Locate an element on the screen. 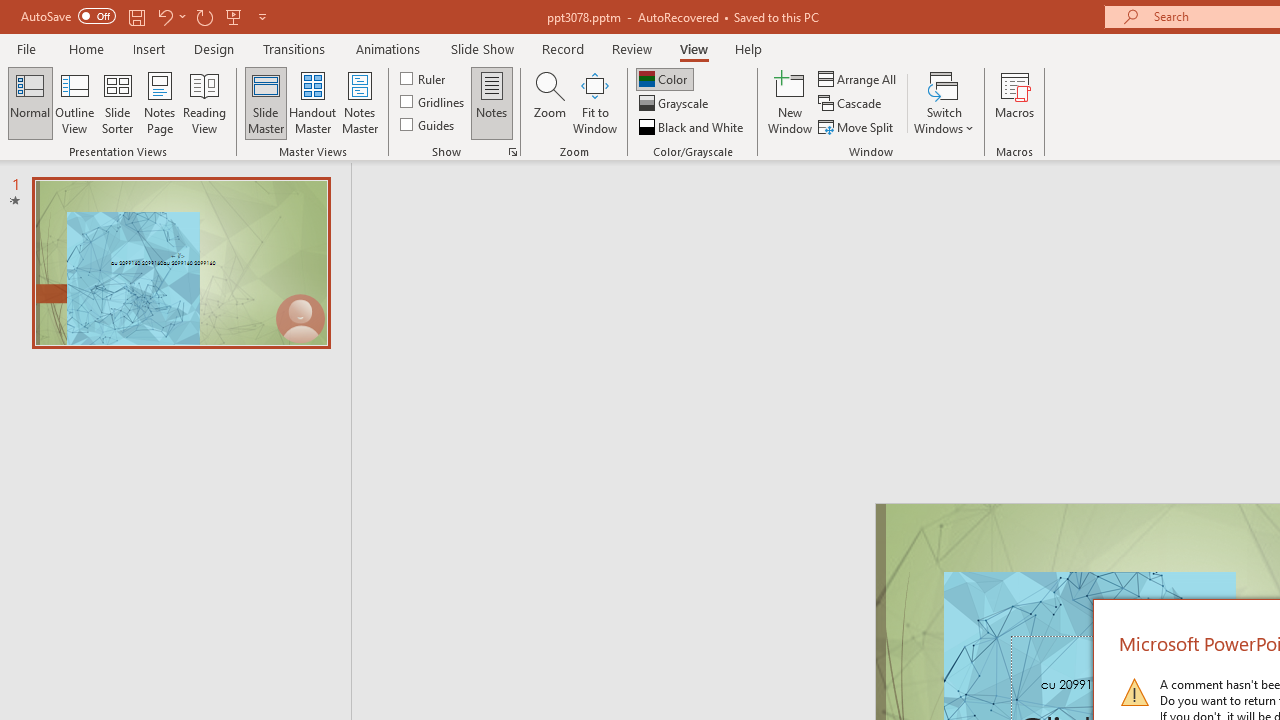 The image size is (1280, 720). 'Gridlines' is located at coordinates (432, 101).